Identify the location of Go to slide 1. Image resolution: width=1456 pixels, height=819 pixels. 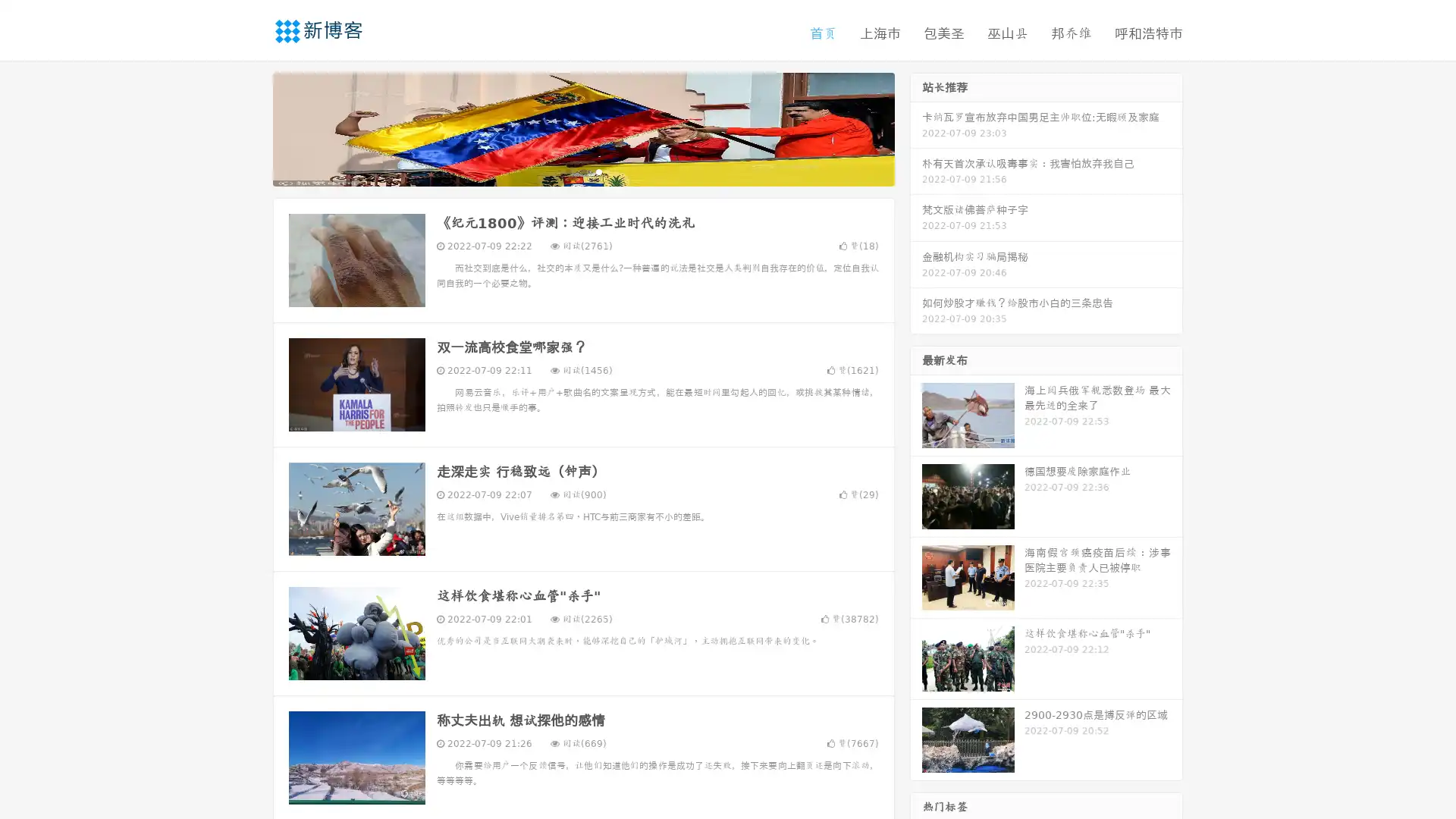
(567, 171).